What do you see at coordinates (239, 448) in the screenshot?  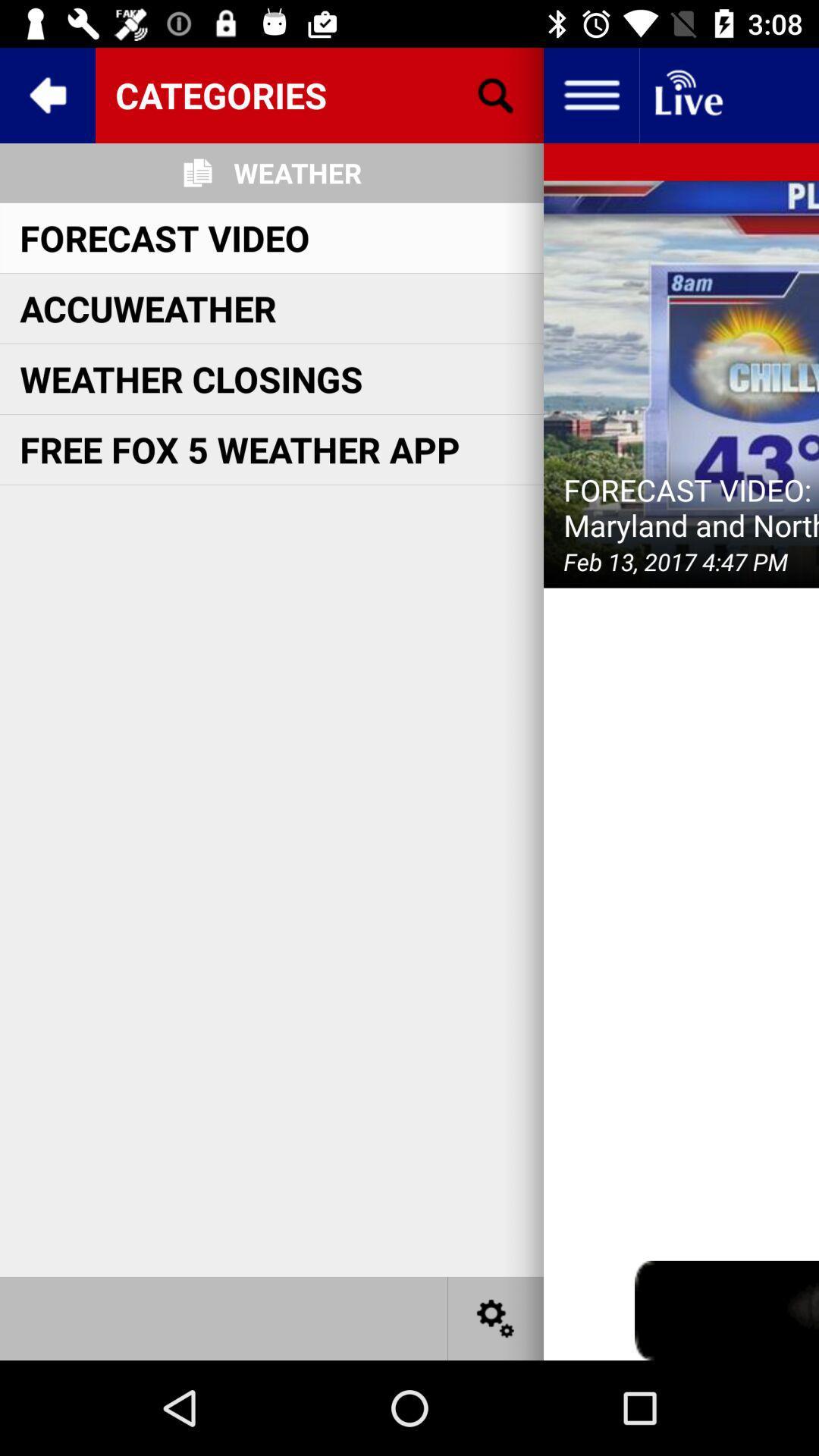 I see `free fox 5 item` at bounding box center [239, 448].